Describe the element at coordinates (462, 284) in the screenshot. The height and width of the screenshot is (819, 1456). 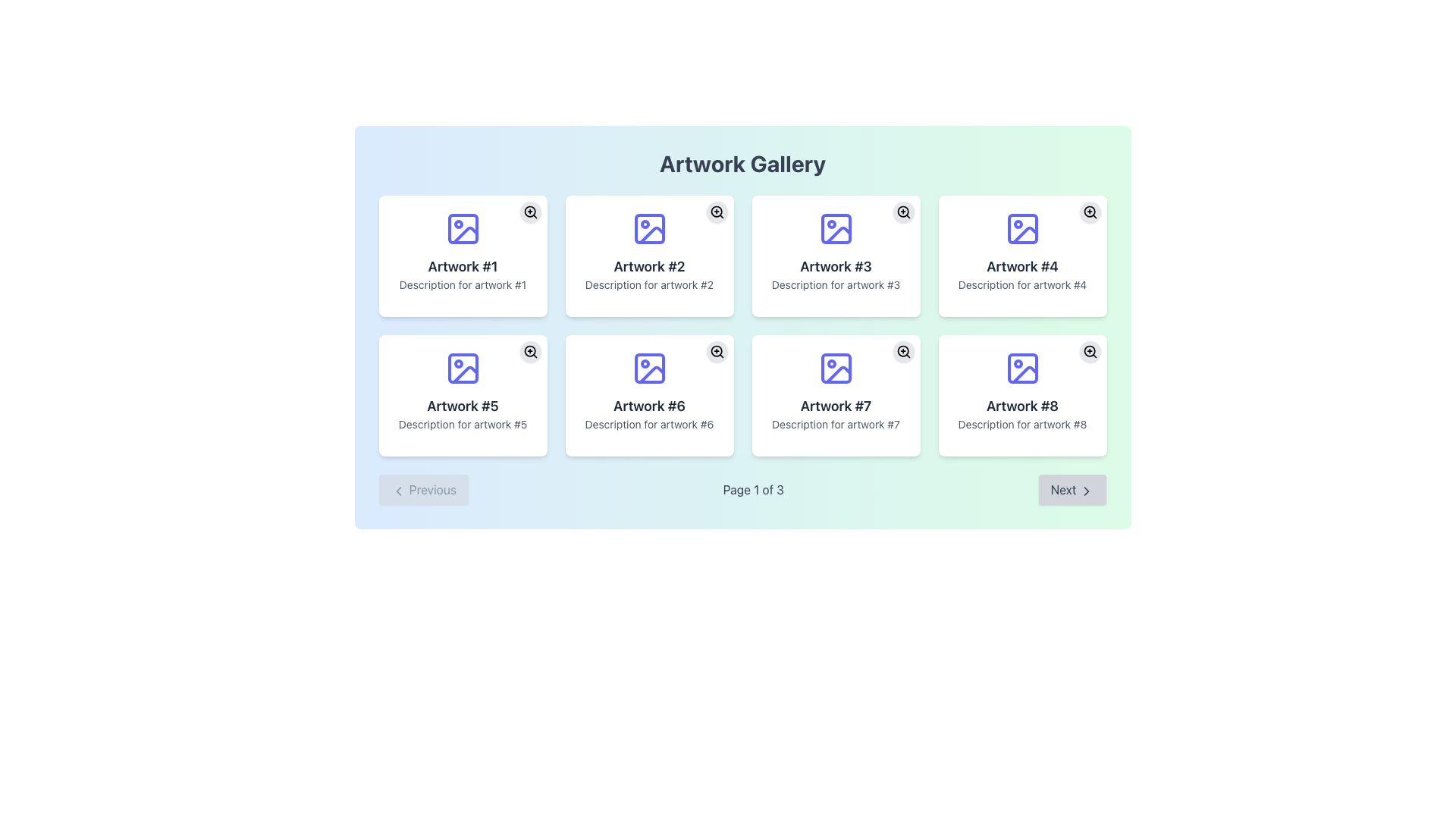
I see `static text field displaying 'Description for artwork #1' located in the card labeled 'Artwork #1'` at that location.